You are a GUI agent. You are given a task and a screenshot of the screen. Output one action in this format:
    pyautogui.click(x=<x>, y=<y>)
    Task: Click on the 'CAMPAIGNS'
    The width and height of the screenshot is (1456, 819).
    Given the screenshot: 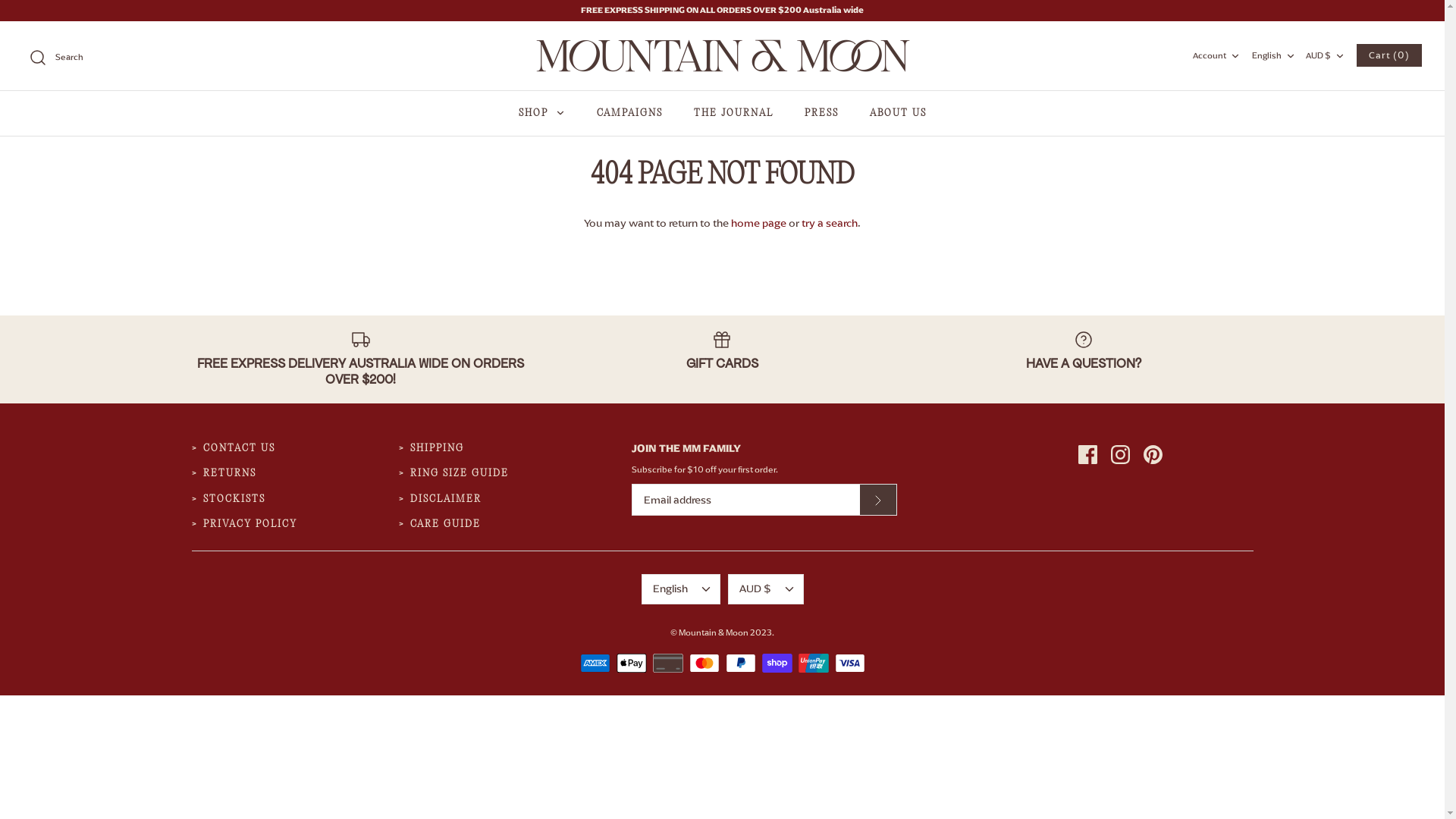 What is the action you would take?
    pyautogui.click(x=629, y=113)
    